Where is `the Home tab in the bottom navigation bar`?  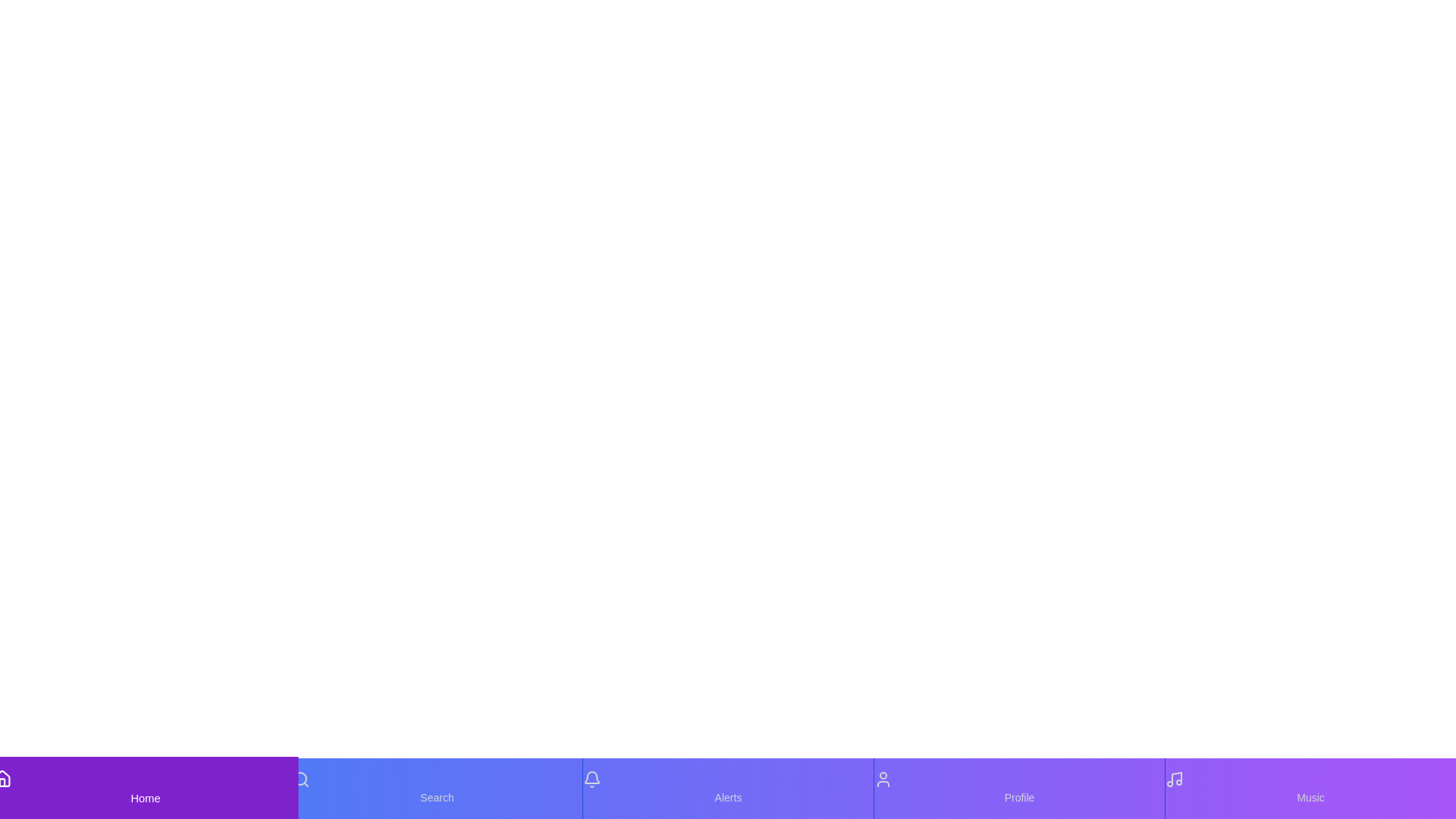
the Home tab in the bottom navigation bar is located at coordinates (146, 788).